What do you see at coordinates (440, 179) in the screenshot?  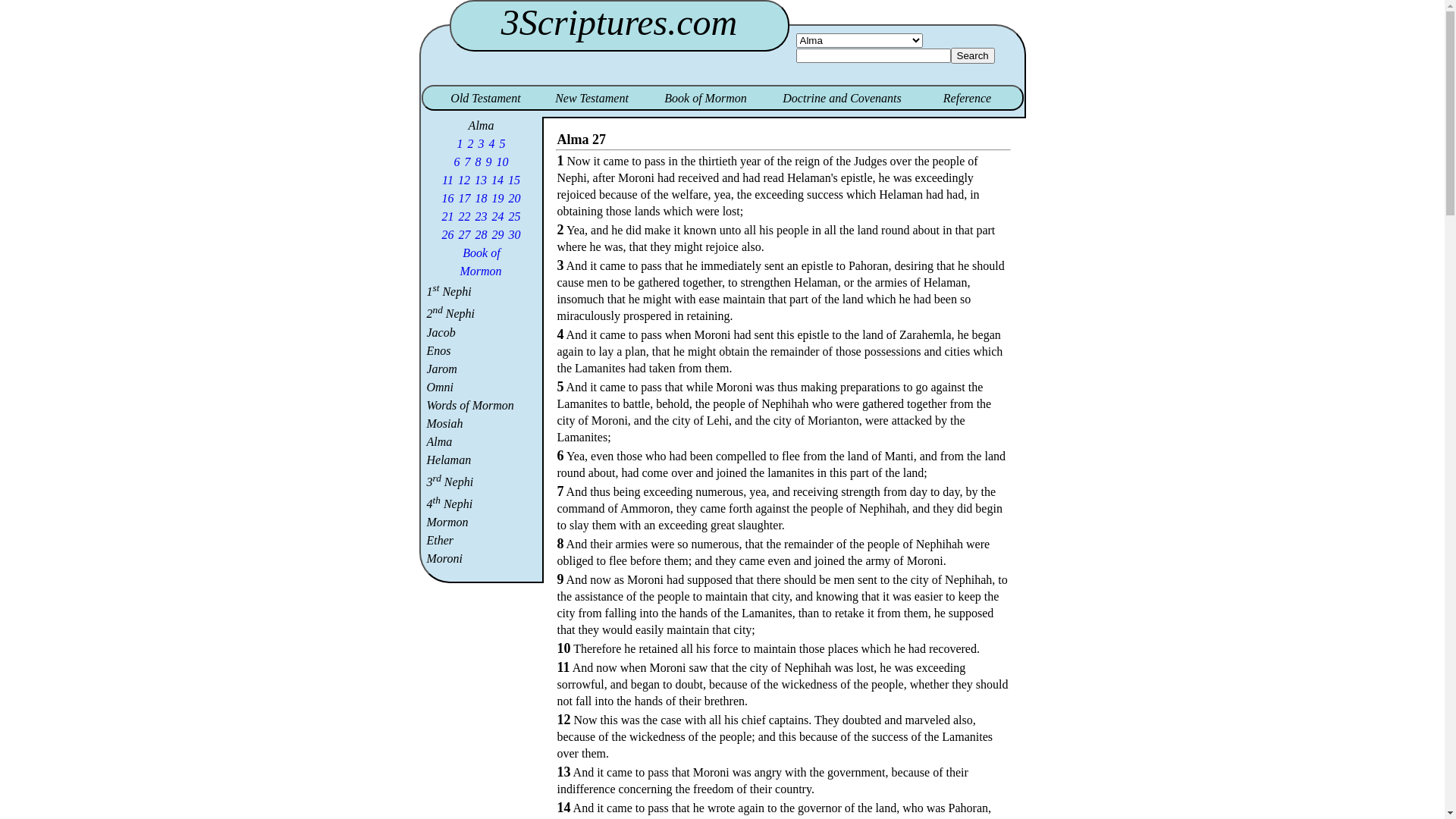 I see `'11'` at bounding box center [440, 179].